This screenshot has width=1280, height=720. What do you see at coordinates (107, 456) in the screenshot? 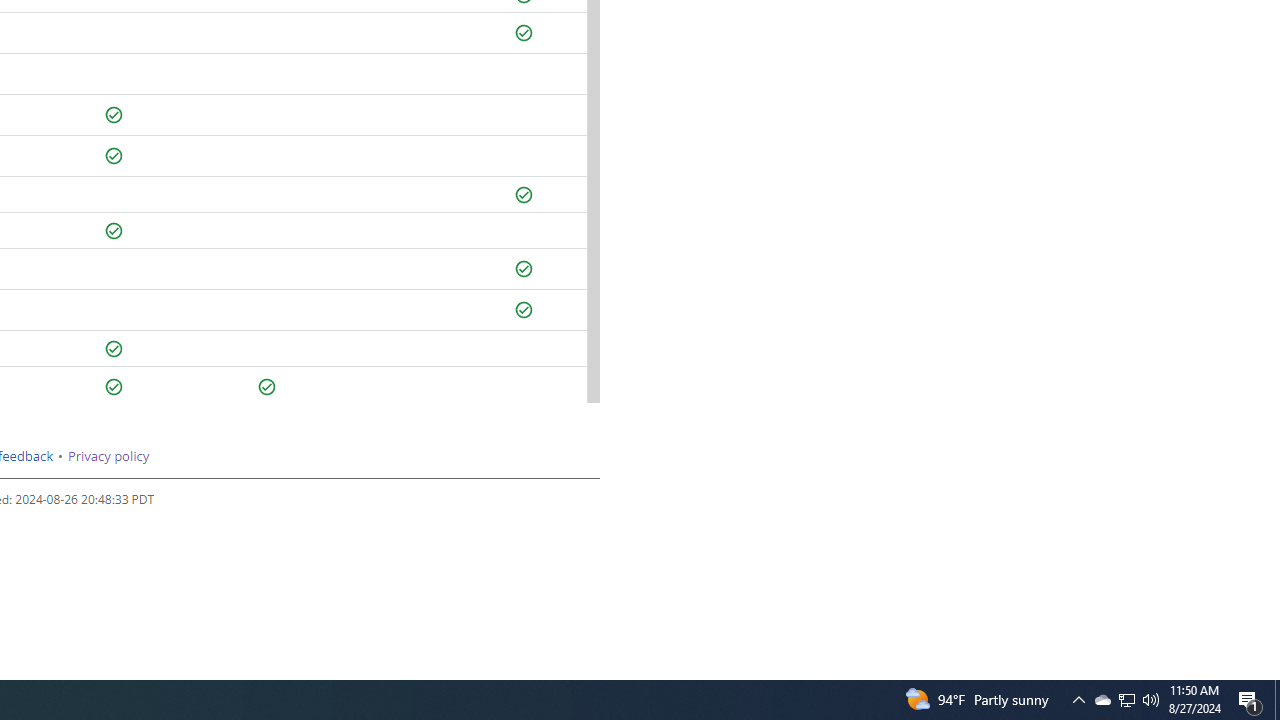
I see `'Privacy policy'` at bounding box center [107, 456].